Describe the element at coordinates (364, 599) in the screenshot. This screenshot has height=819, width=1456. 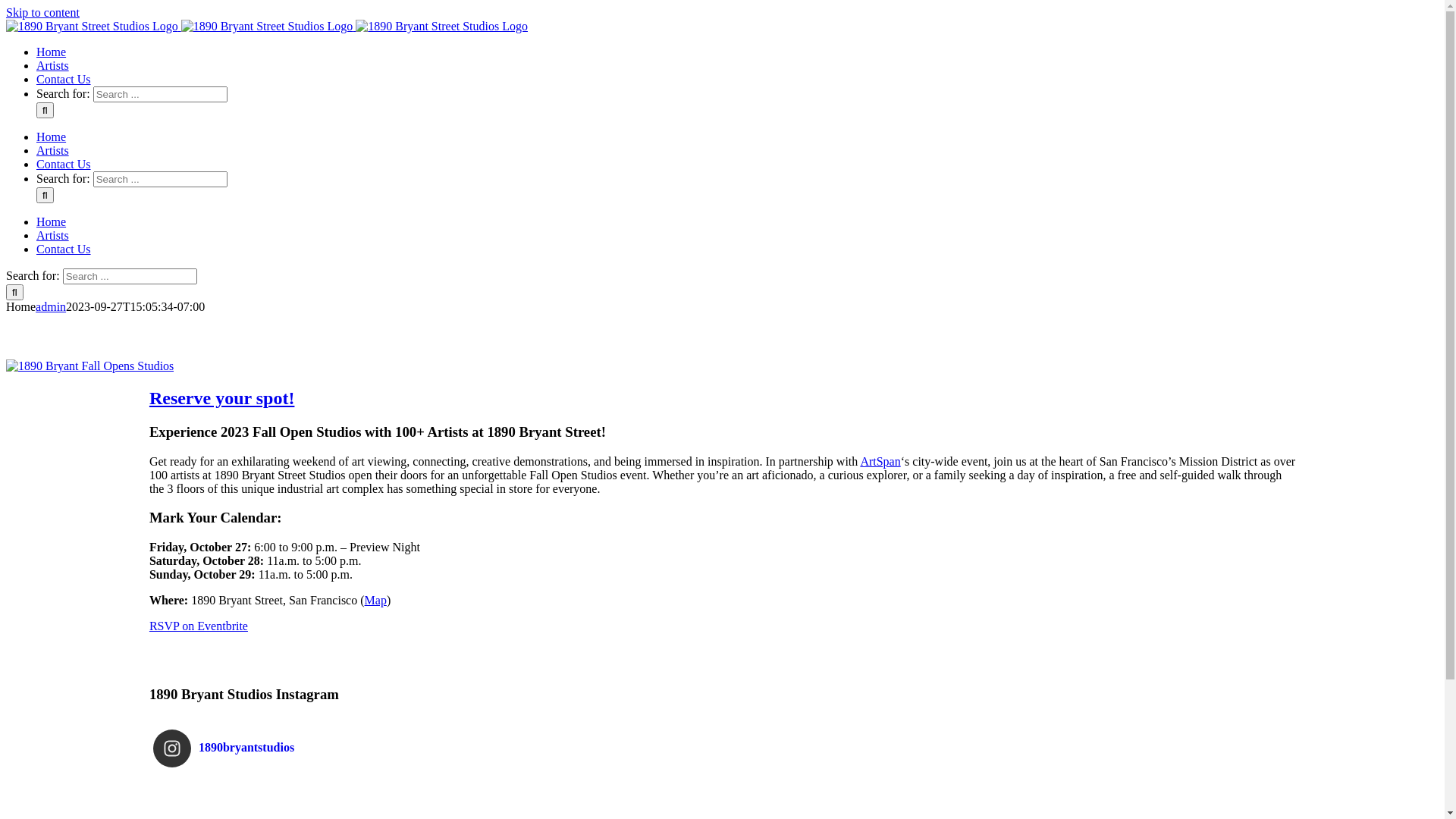
I see `'Map'` at that location.